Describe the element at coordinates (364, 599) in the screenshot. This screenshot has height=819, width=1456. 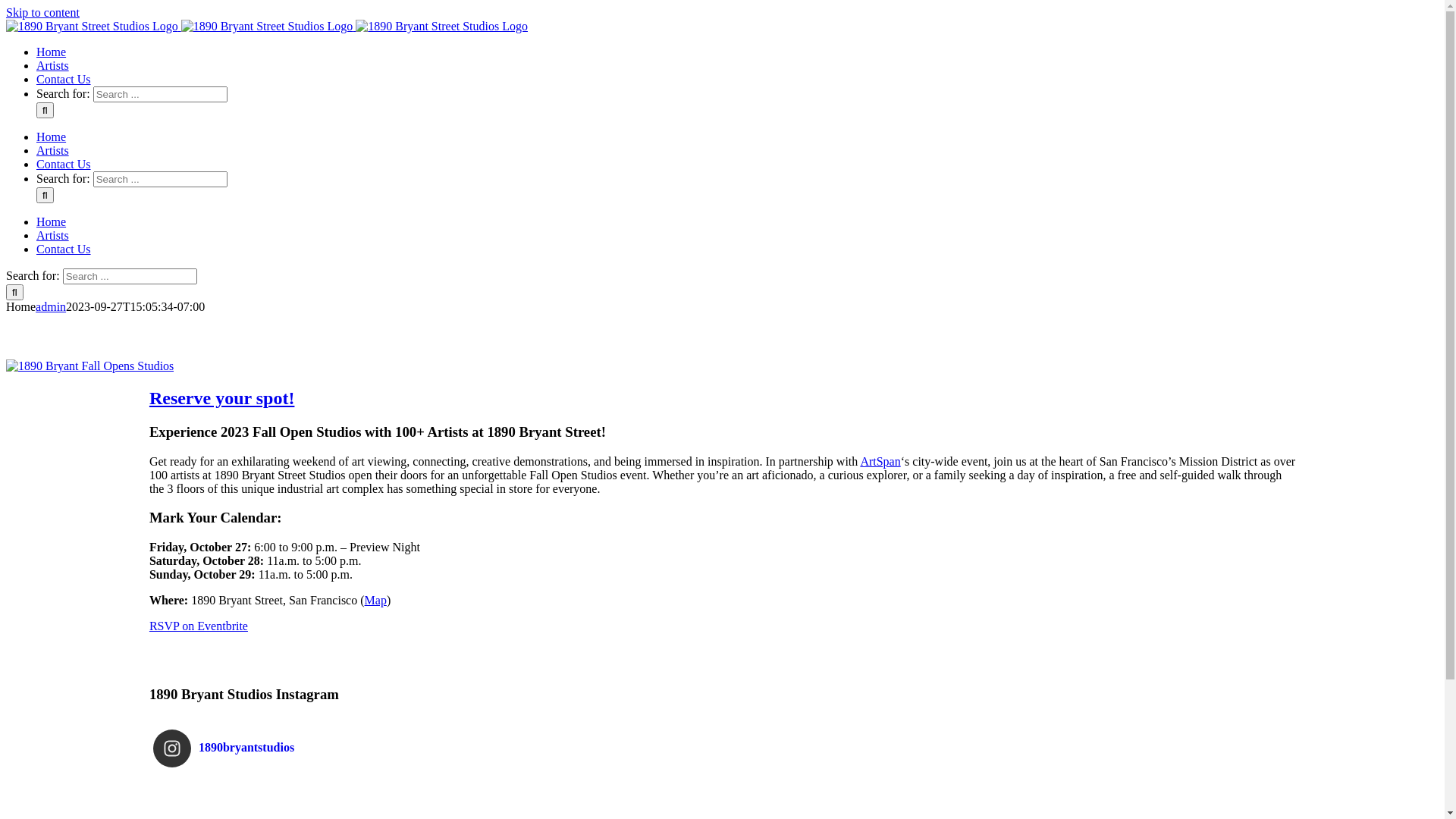
I see `'Map'` at that location.